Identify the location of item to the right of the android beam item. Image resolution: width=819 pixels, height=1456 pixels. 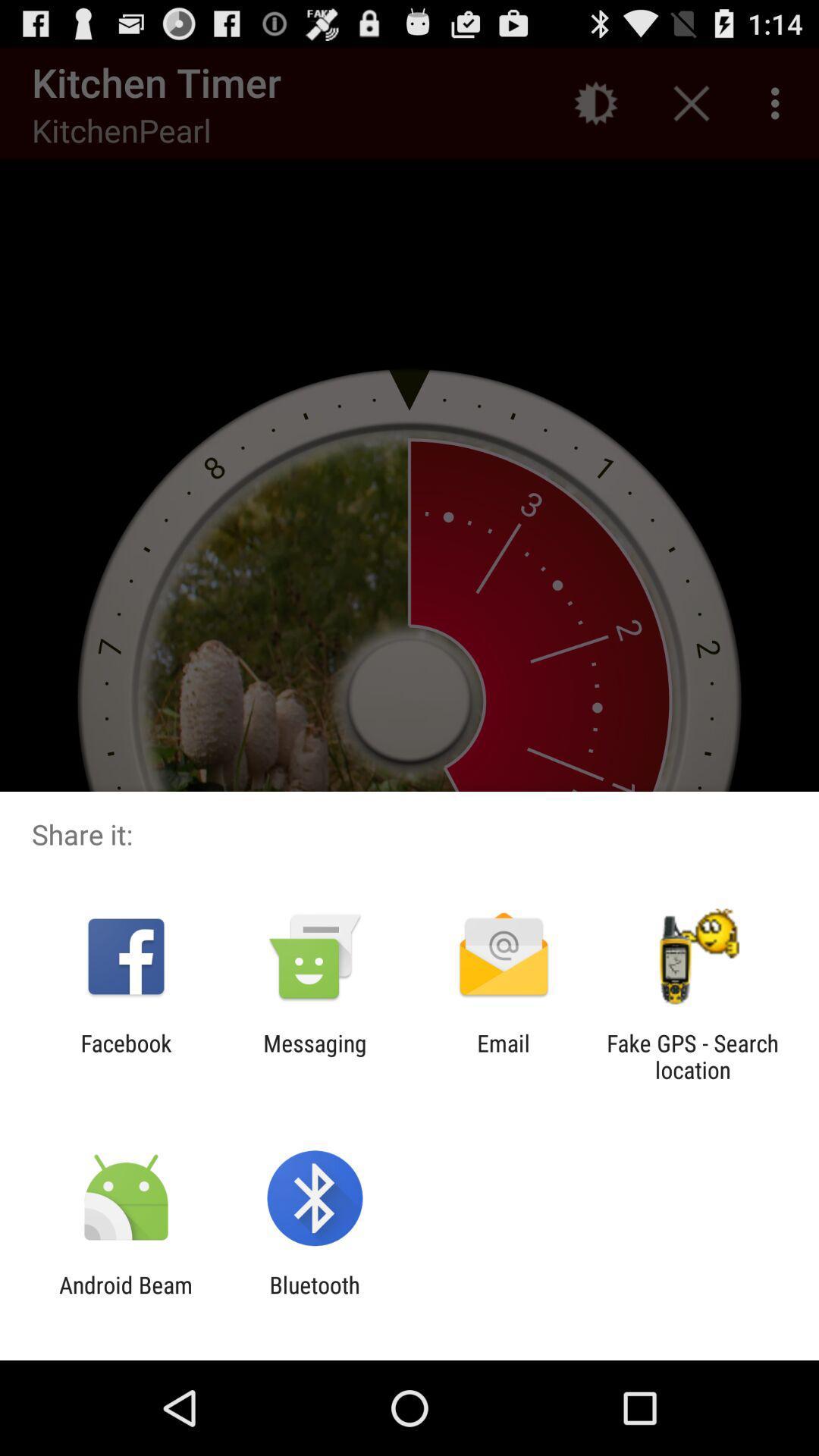
(314, 1298).